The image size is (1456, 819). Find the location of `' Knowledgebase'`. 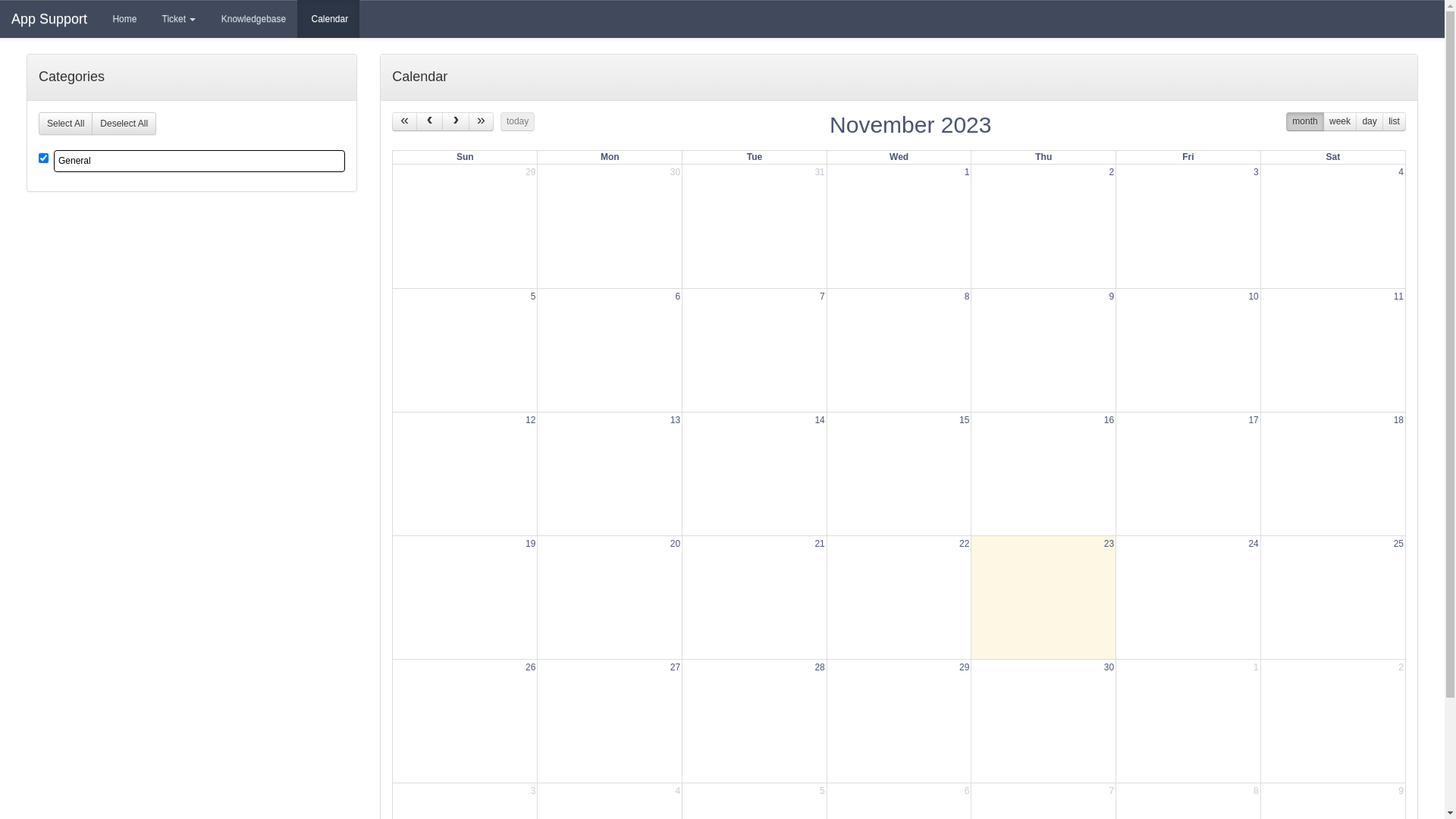

' Knowledgebase' is located at coordinates (252, 18).